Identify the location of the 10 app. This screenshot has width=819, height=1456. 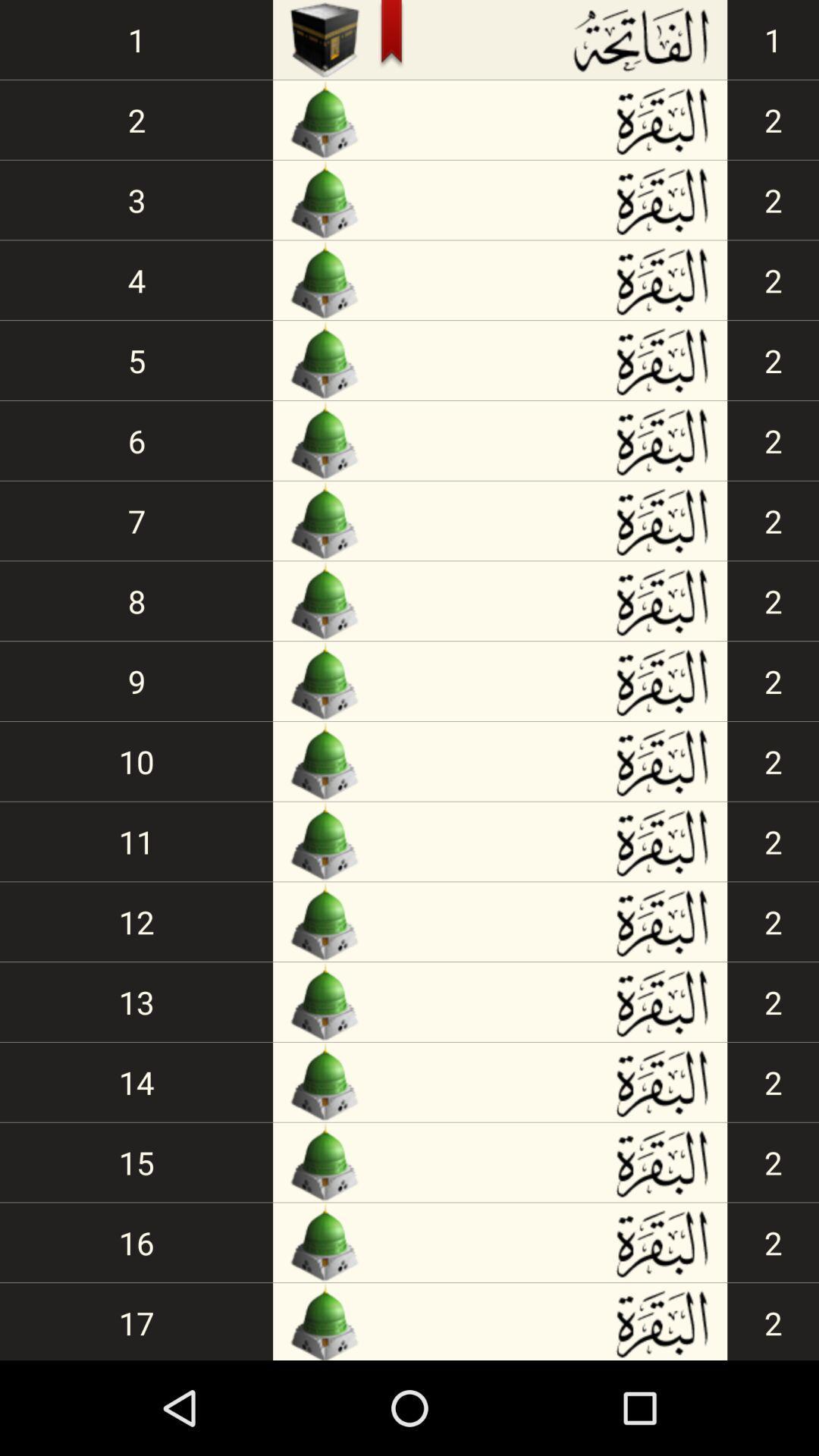
(136, 761).